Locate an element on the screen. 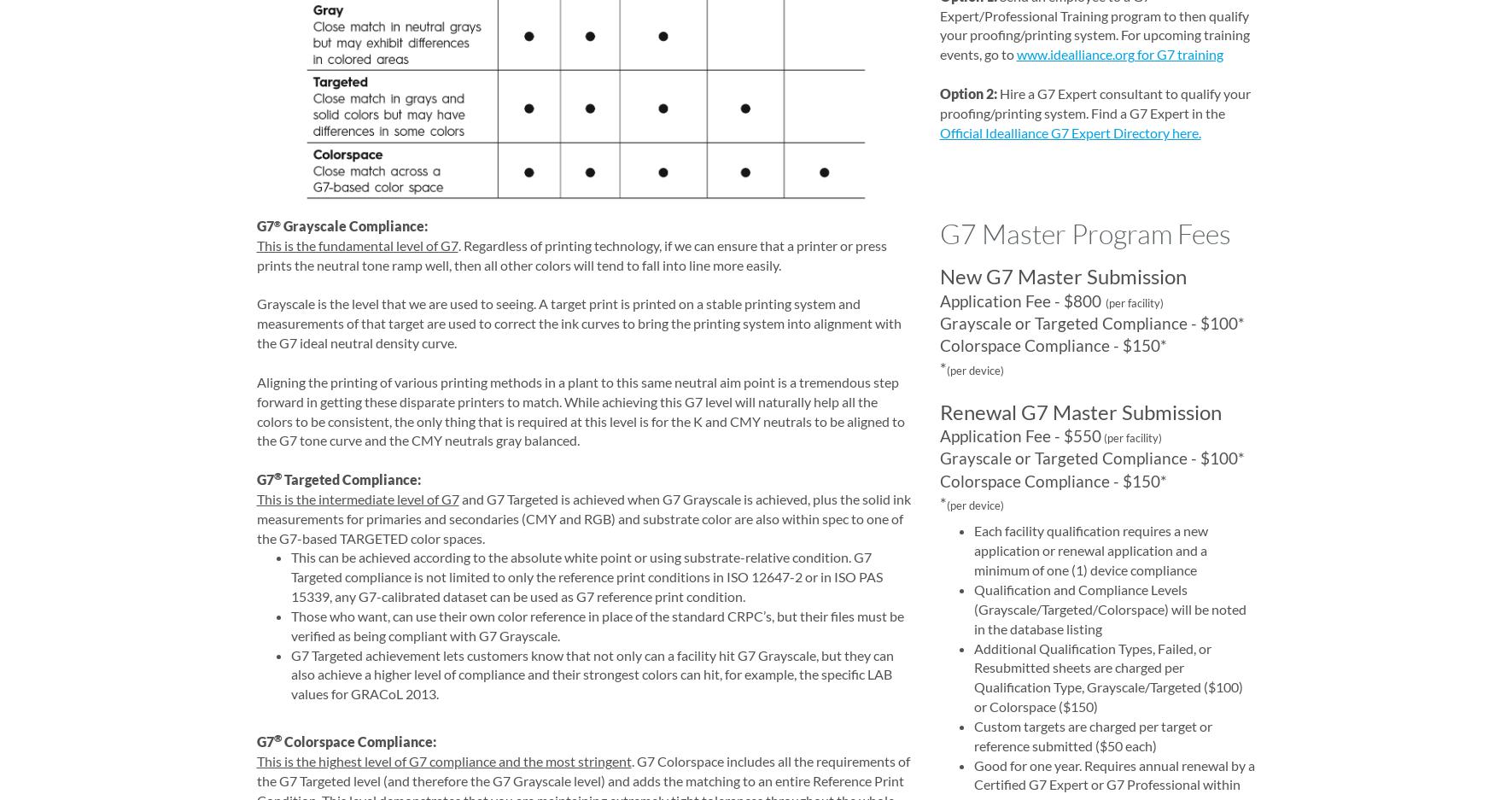  'This can be achieved according to the absolute white point or using substrate-relative condition. G7 Targeted compliance is not limited to only the reference print conditions in ISO 12647-2 or in ISO PAS 15339, any G7-calibrated dataset can be used as G7 reference print condition.' is located at coordinates (289, 575).